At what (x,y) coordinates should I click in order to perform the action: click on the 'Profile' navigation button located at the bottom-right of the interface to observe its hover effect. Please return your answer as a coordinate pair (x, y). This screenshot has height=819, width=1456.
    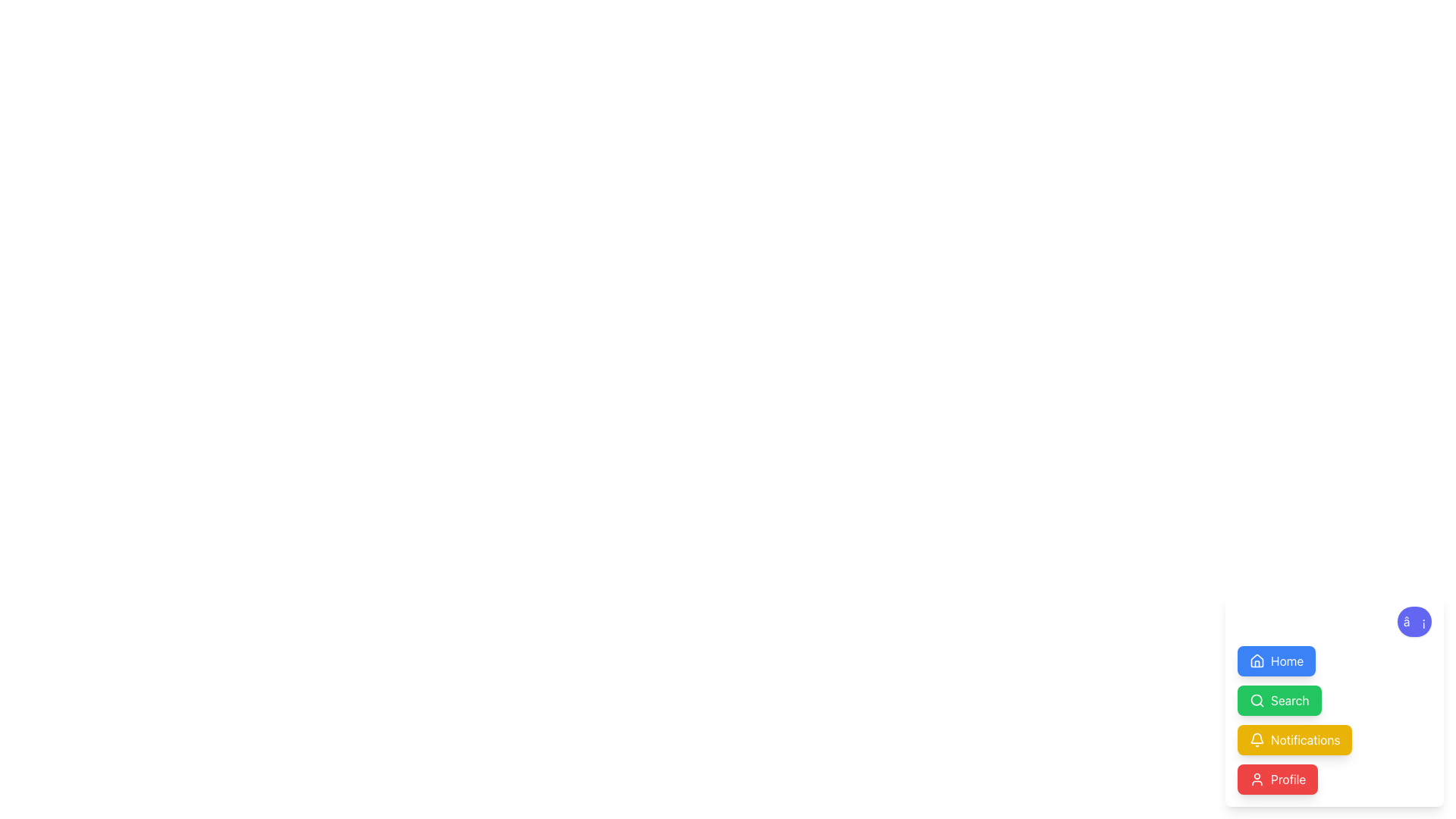
    Looking at the image, I should click on (1277, 780).